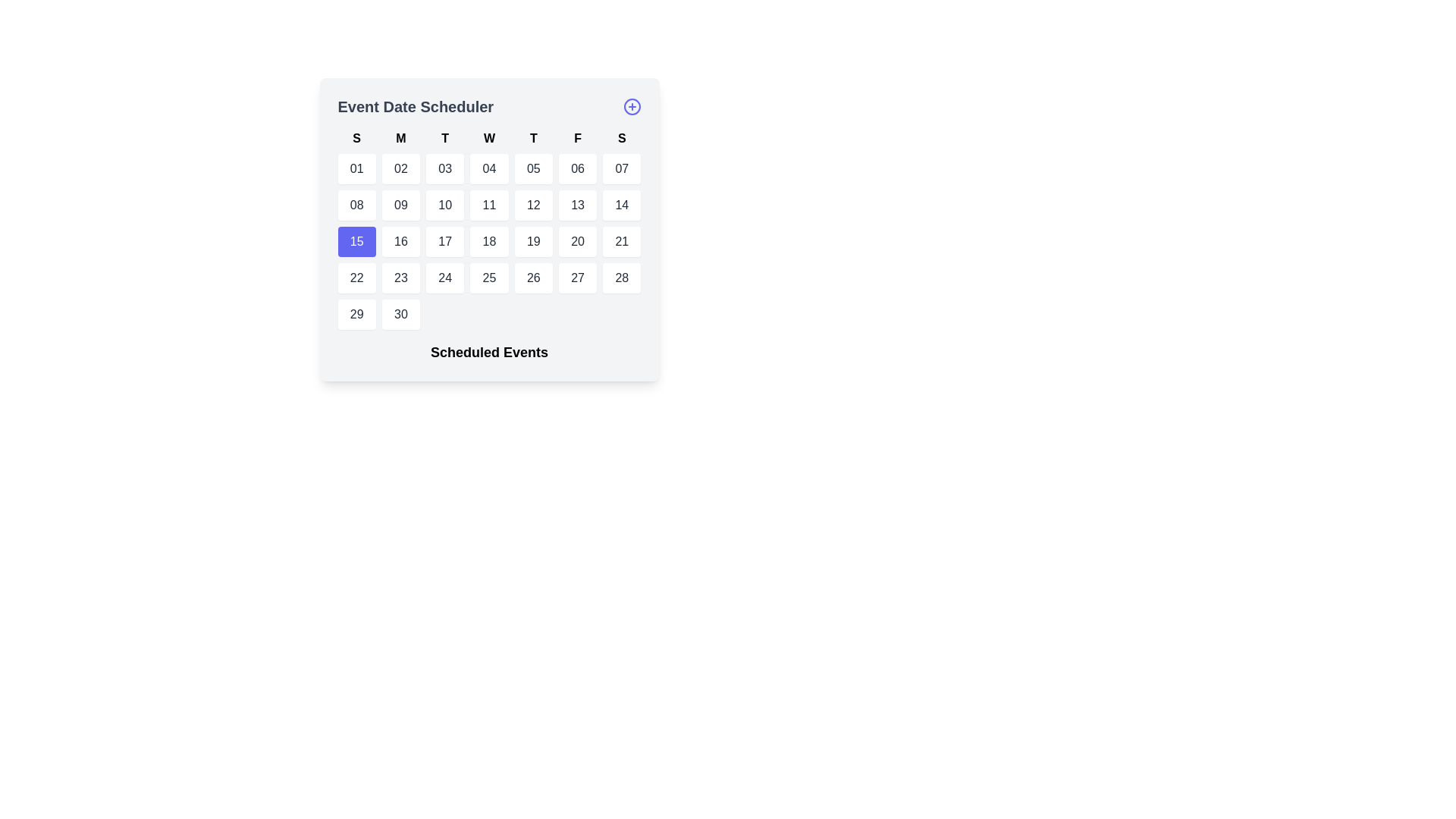 The height and width of the screenshot is (819, 1456). What do you see at coordinates (444, 241) in the screenshot?
I see `the selectable date cell representing '17' in the calendar interface` at bounding box center [444, 241].